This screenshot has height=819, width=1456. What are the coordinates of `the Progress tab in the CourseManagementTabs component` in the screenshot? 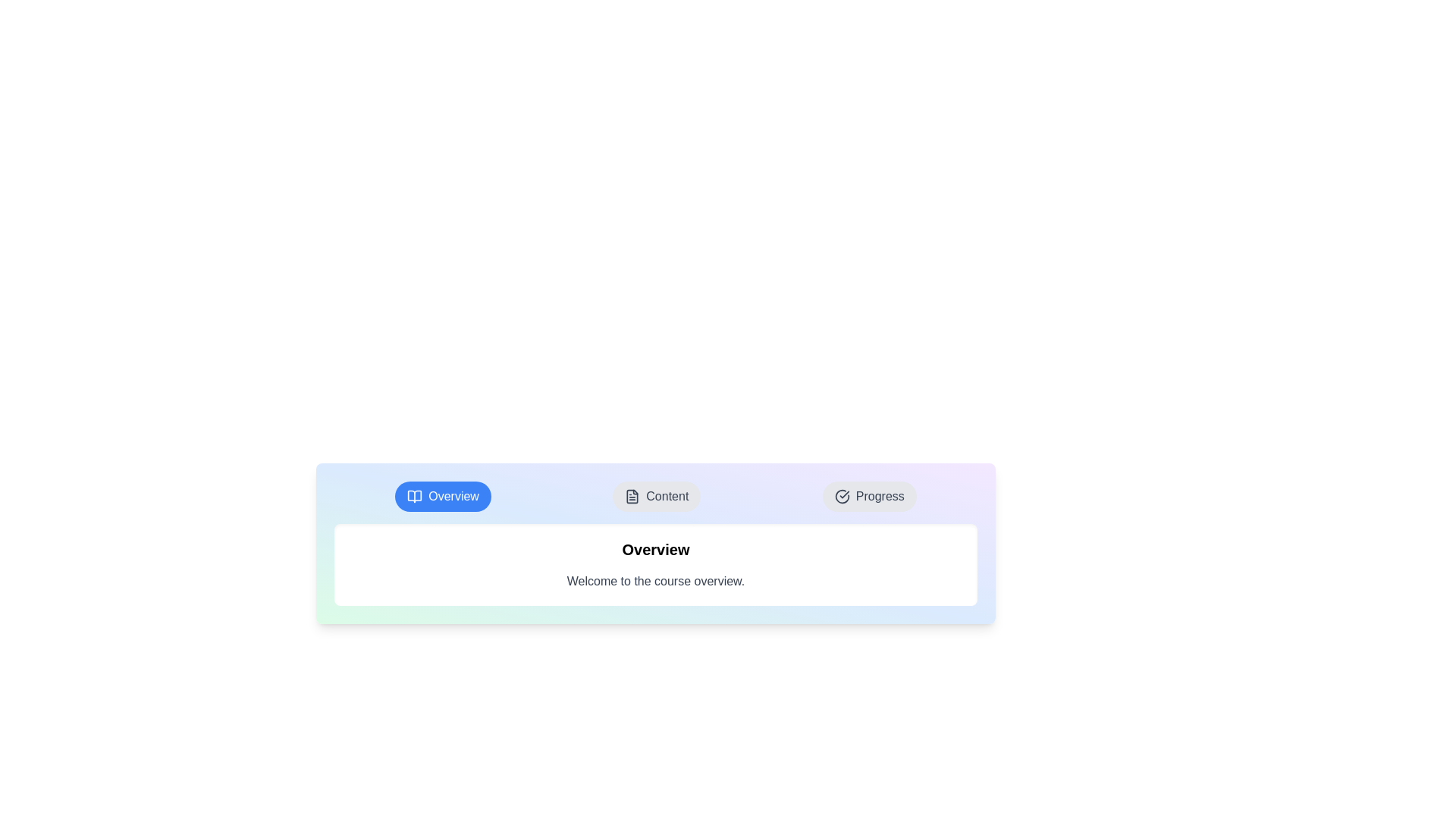 It's located at (869, 497).